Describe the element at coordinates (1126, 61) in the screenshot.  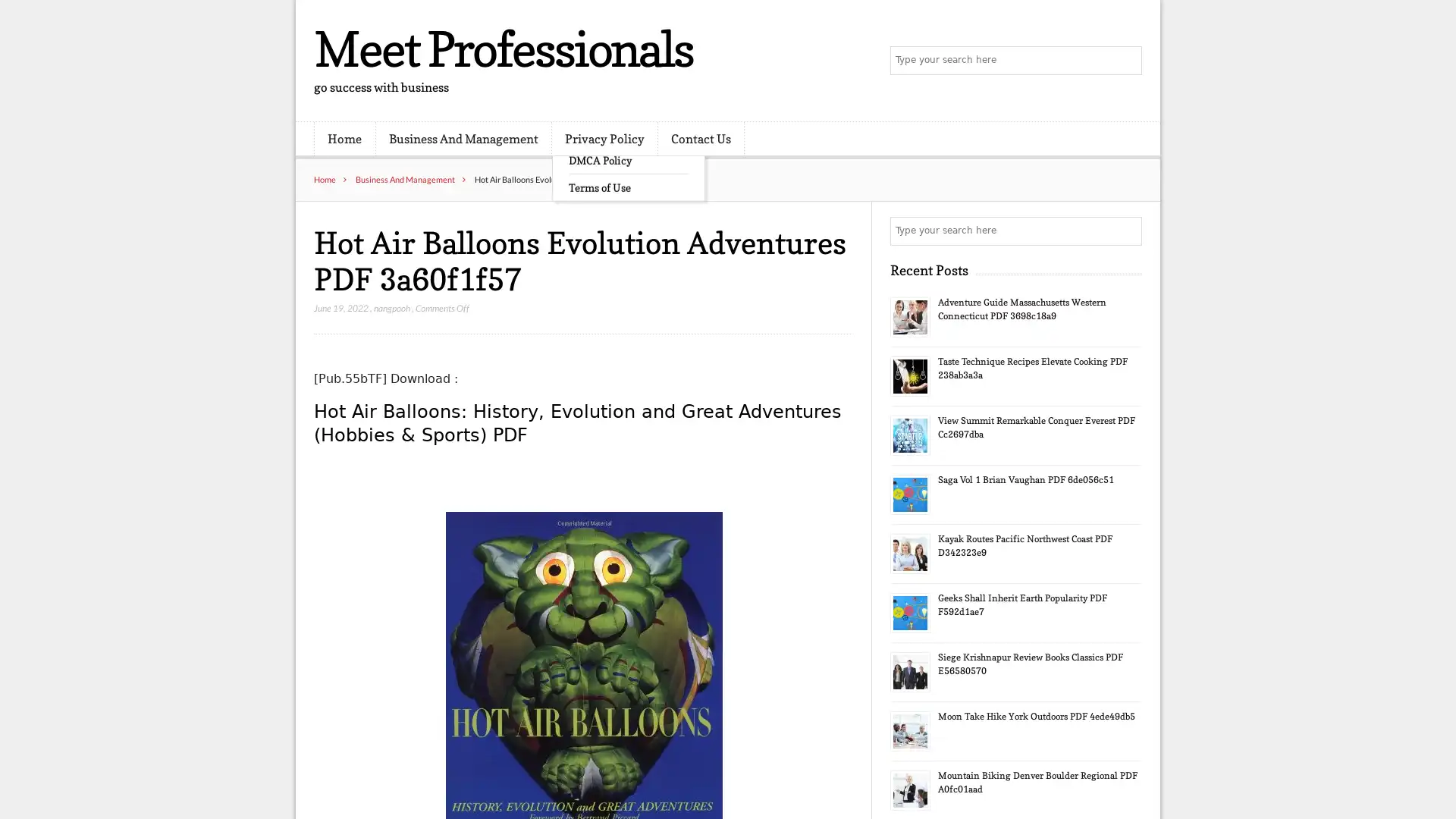
I see `Search` at that location.